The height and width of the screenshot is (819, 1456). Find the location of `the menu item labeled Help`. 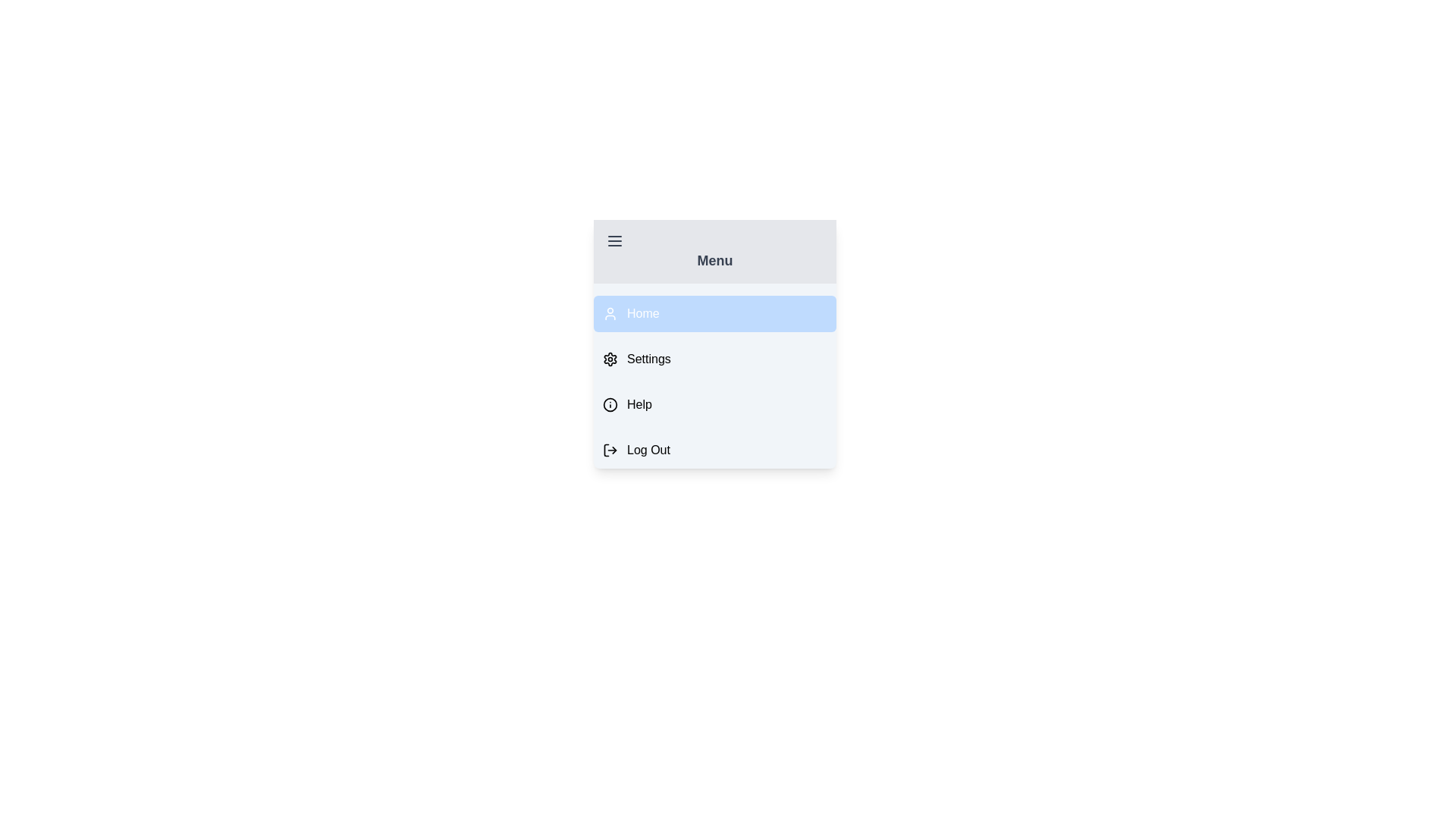

the menu item labeled Help is located at coordinates (714, 403).